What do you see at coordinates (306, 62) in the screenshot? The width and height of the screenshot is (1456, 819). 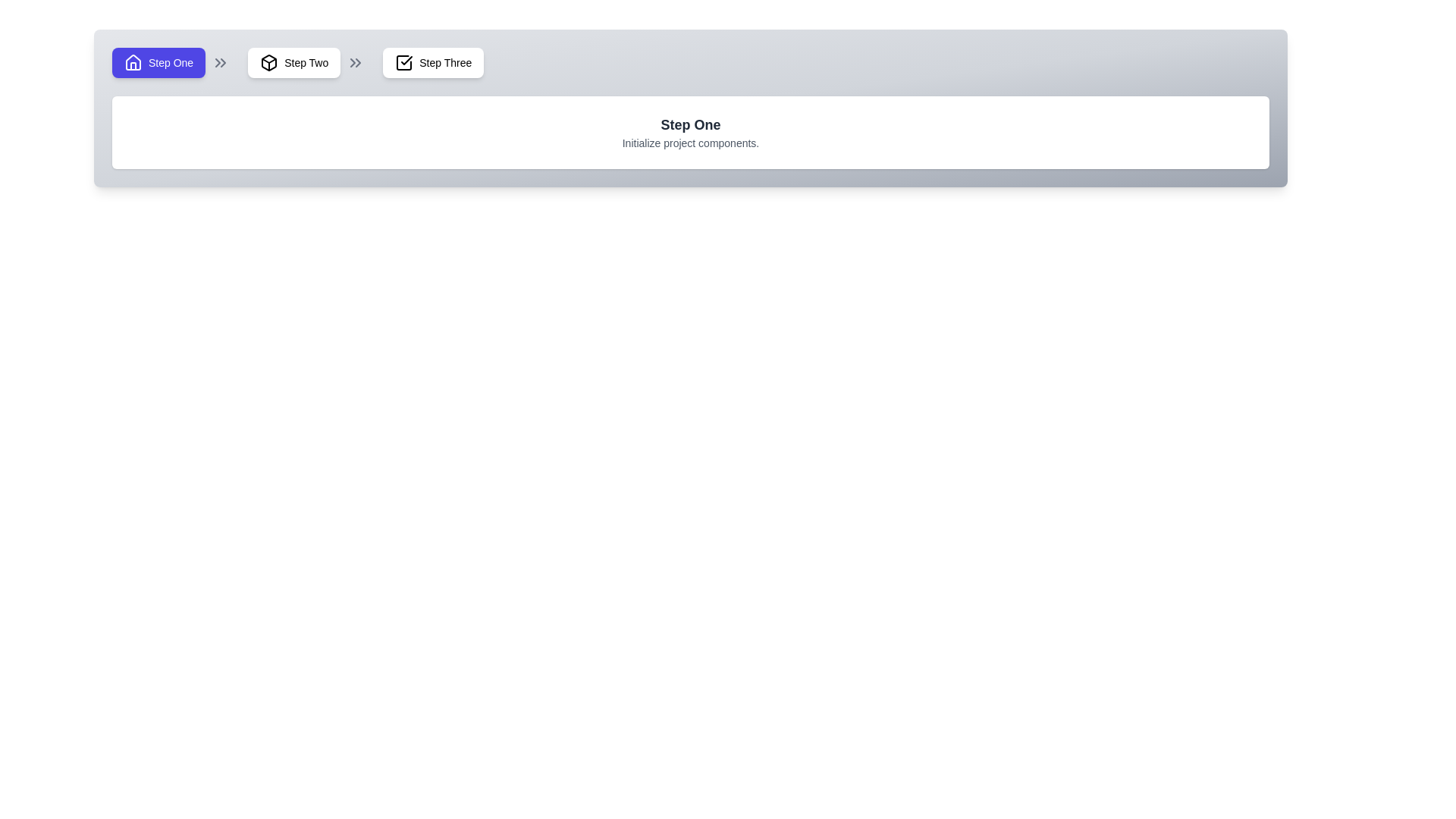 I see `the 'Step Two' text label, which is part of the second step indicator in a button-like interface` at bounding box center [306, 62].